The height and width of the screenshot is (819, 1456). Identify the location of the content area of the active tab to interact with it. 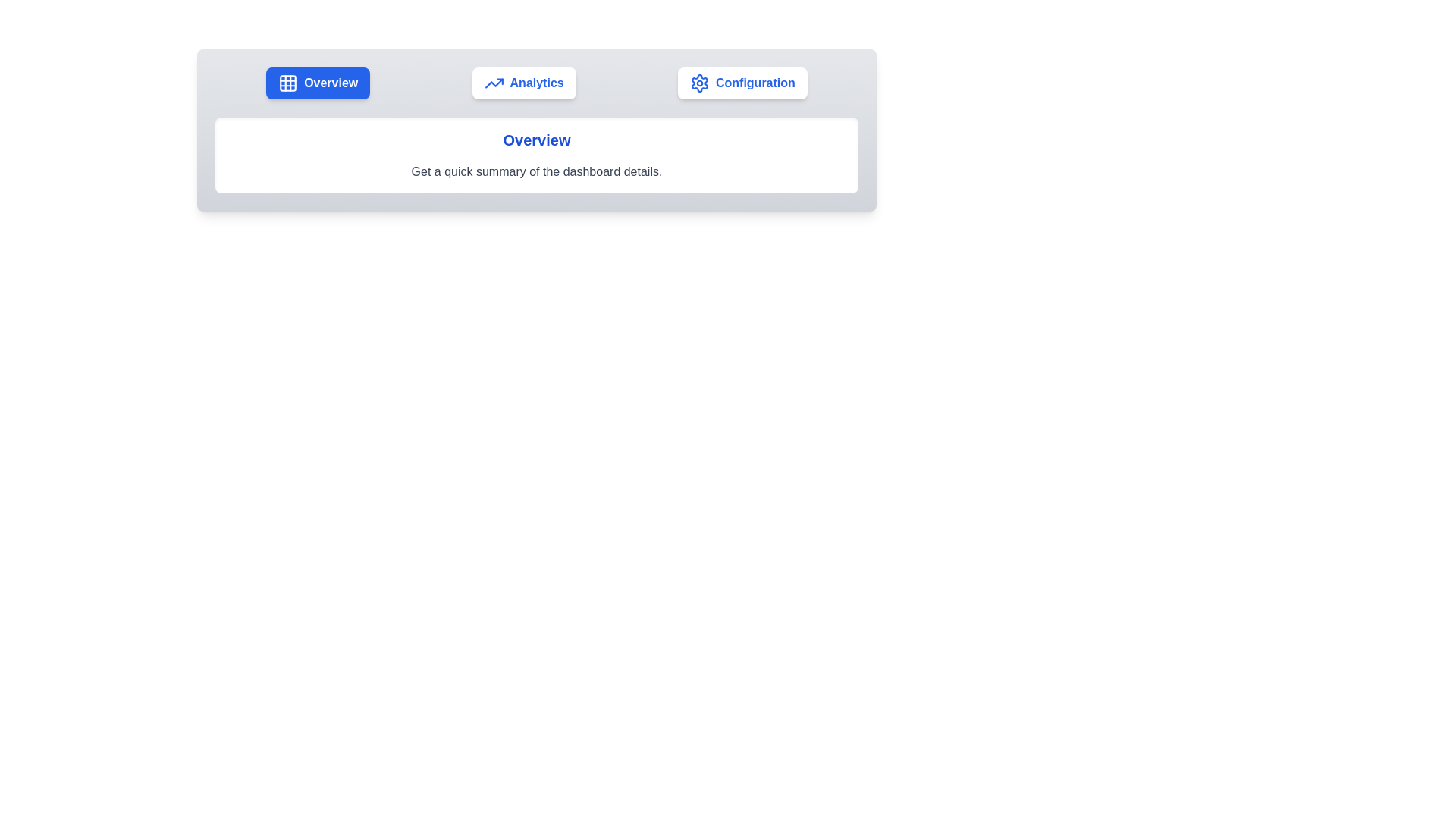
(537, 155).